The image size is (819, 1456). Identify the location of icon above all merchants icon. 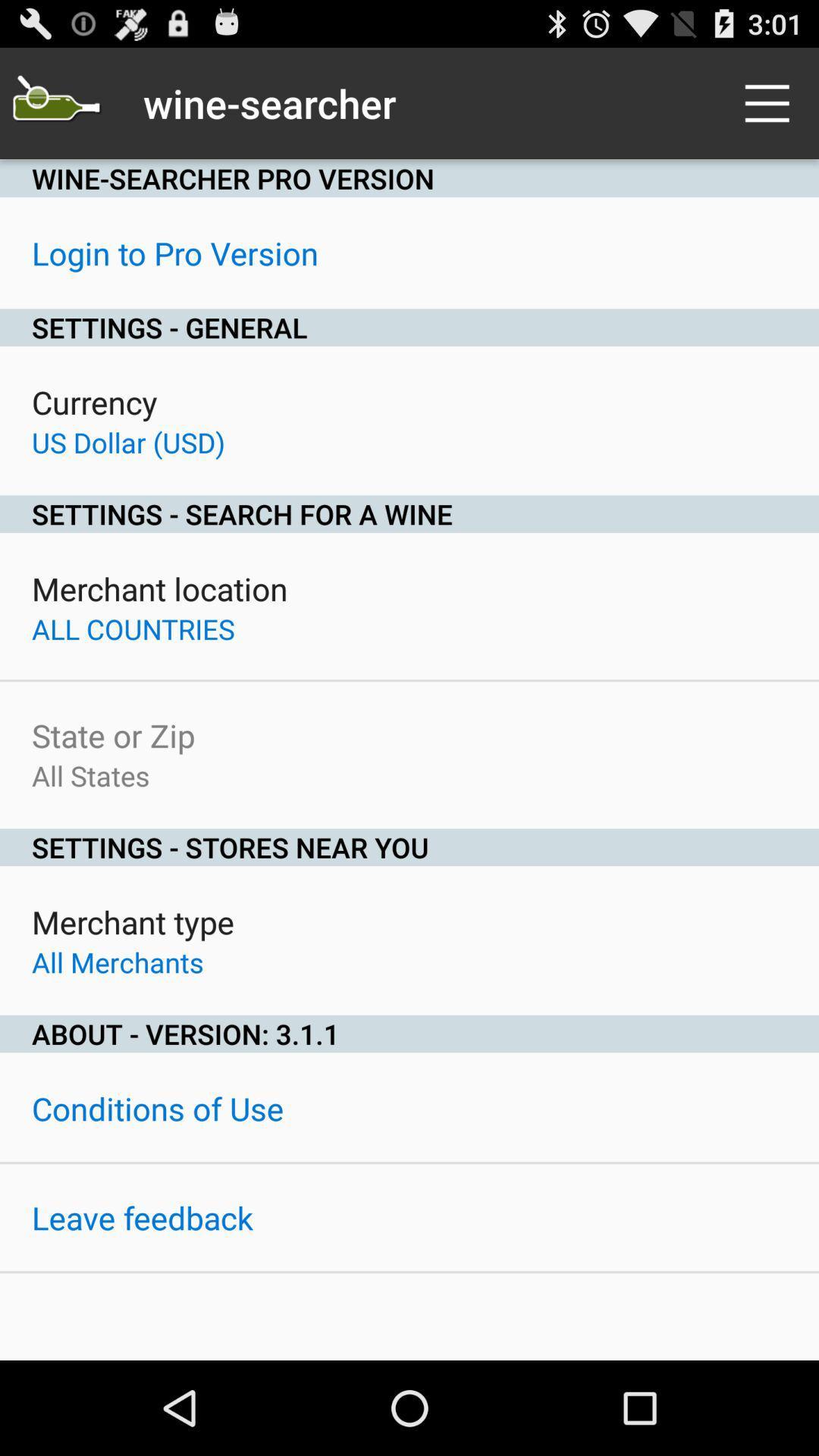
(132, 921).